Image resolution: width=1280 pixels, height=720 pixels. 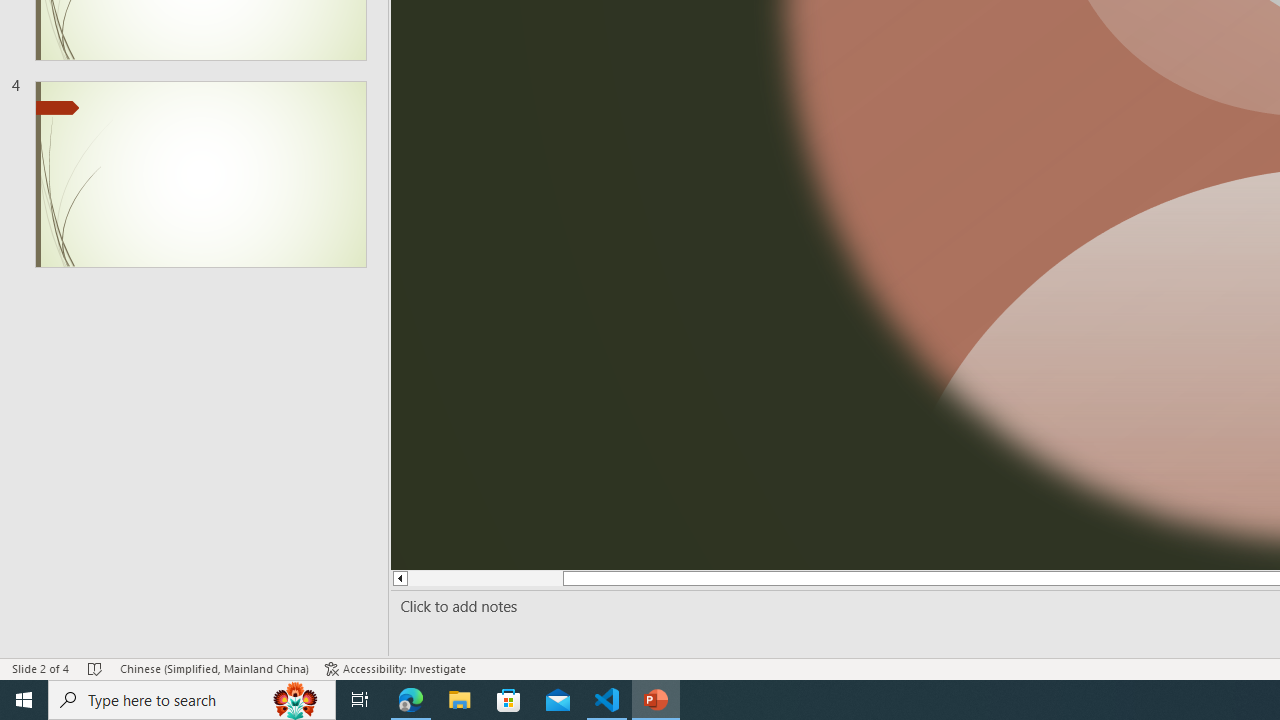 What do you see at coordinates (395, 669) in the screenshot?
I see `'Accessibility Checker Accessibility: Investigate'` at bounding box center [395, 669].